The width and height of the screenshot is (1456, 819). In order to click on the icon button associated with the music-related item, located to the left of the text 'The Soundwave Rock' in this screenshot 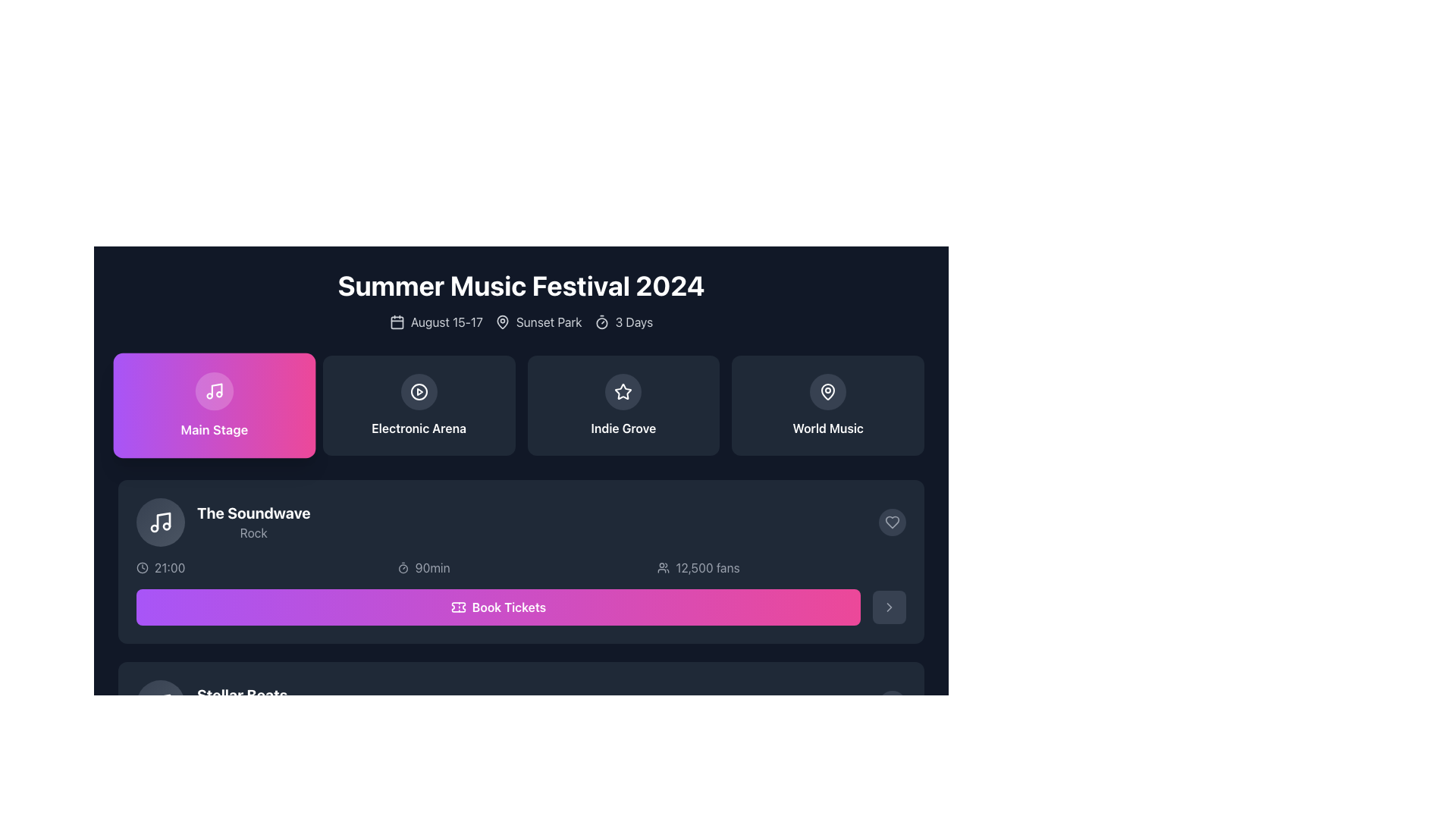, I will do `click(160, 522)`.